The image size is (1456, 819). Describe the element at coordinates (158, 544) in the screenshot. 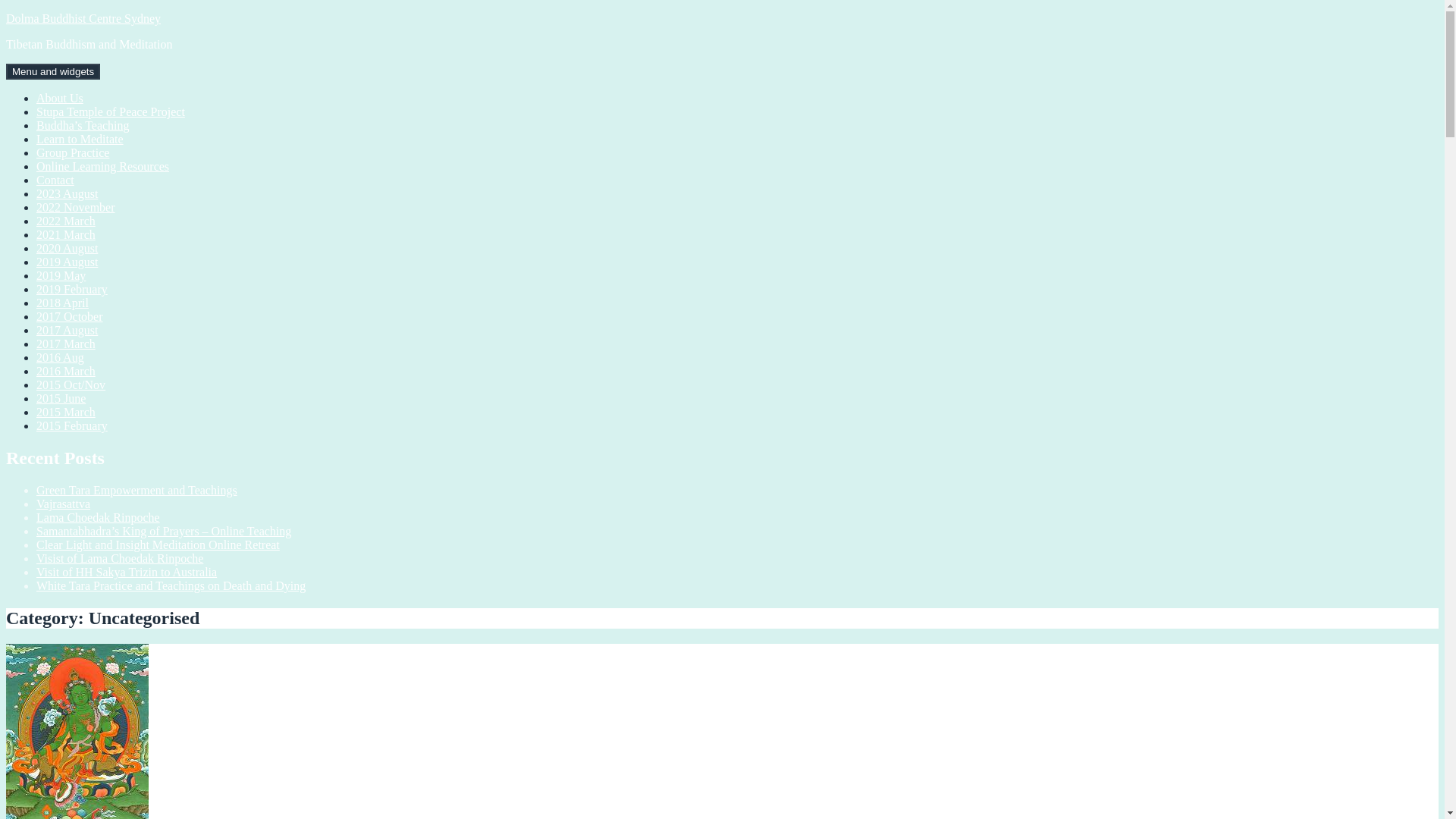

I see `'Clear Light and Insight Meditation Online Retreat'` at that location.